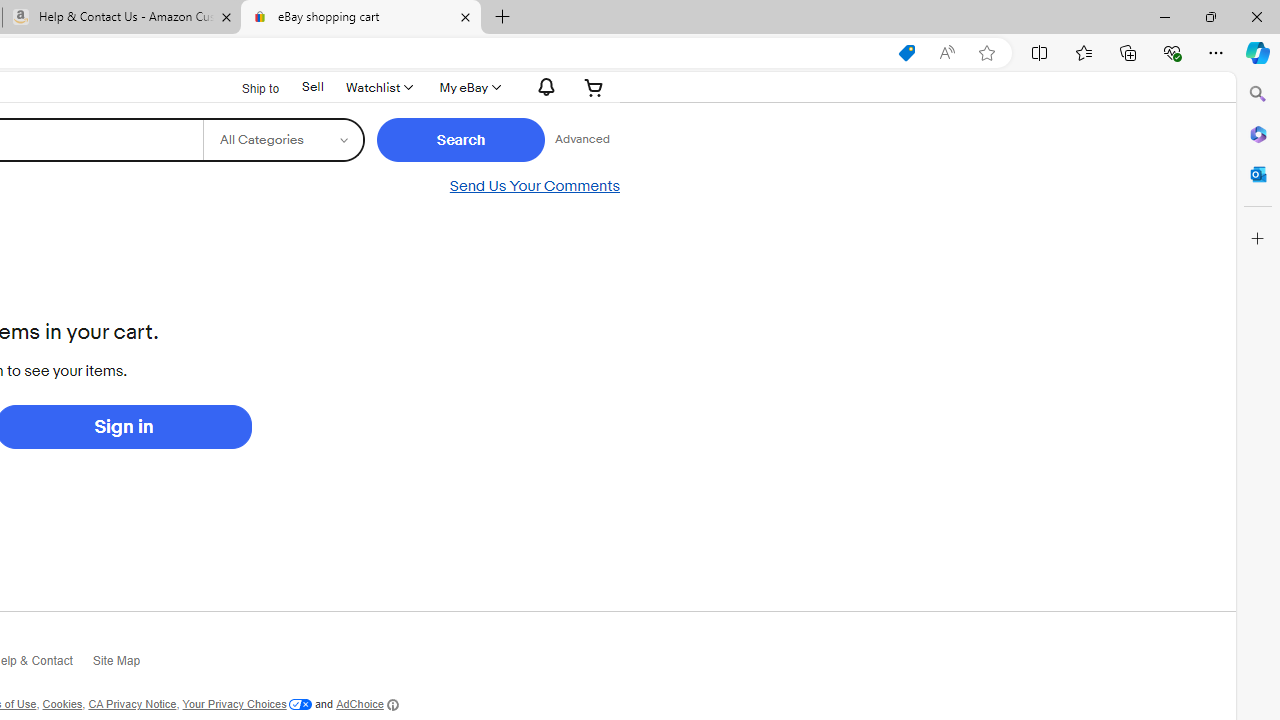 The image size is (1280, 720). I want to click on 'WatchlistExpand Watch List', so click(378, 86).